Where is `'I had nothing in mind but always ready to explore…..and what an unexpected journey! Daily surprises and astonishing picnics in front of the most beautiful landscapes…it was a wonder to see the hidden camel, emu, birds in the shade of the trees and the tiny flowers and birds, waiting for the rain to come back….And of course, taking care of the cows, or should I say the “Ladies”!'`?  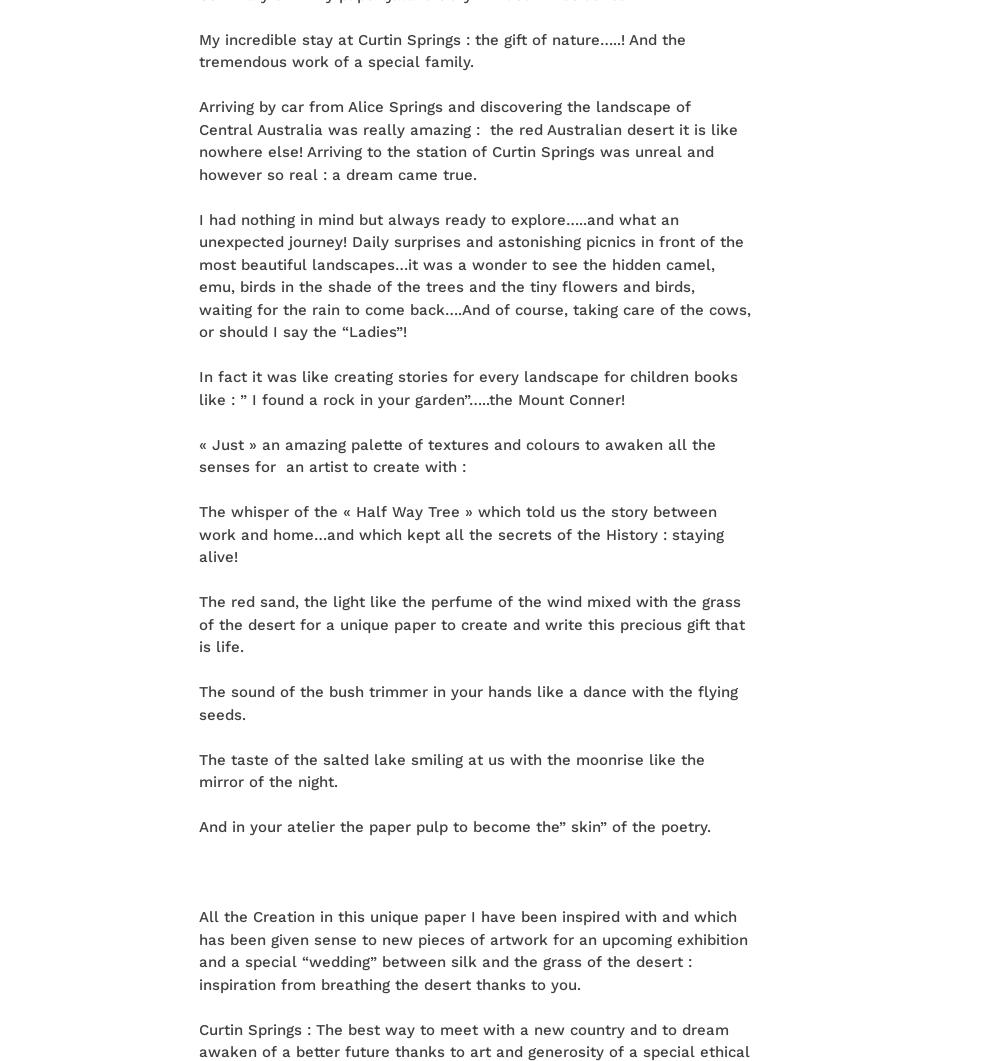 'I had nothing in mind but always ready to explore…..and what an unexpected journey! Daily surprises and astonishing picnics in front of the most beautiful landscapes…it was a wonder to see the hidden camel, emu, birds in the shade of the trees and the tiny flowers and birds, waiting for the rain to come back….And of course, taking care of the cows, or should I say the “Ladies”!' is located at coordinates (474, 274).